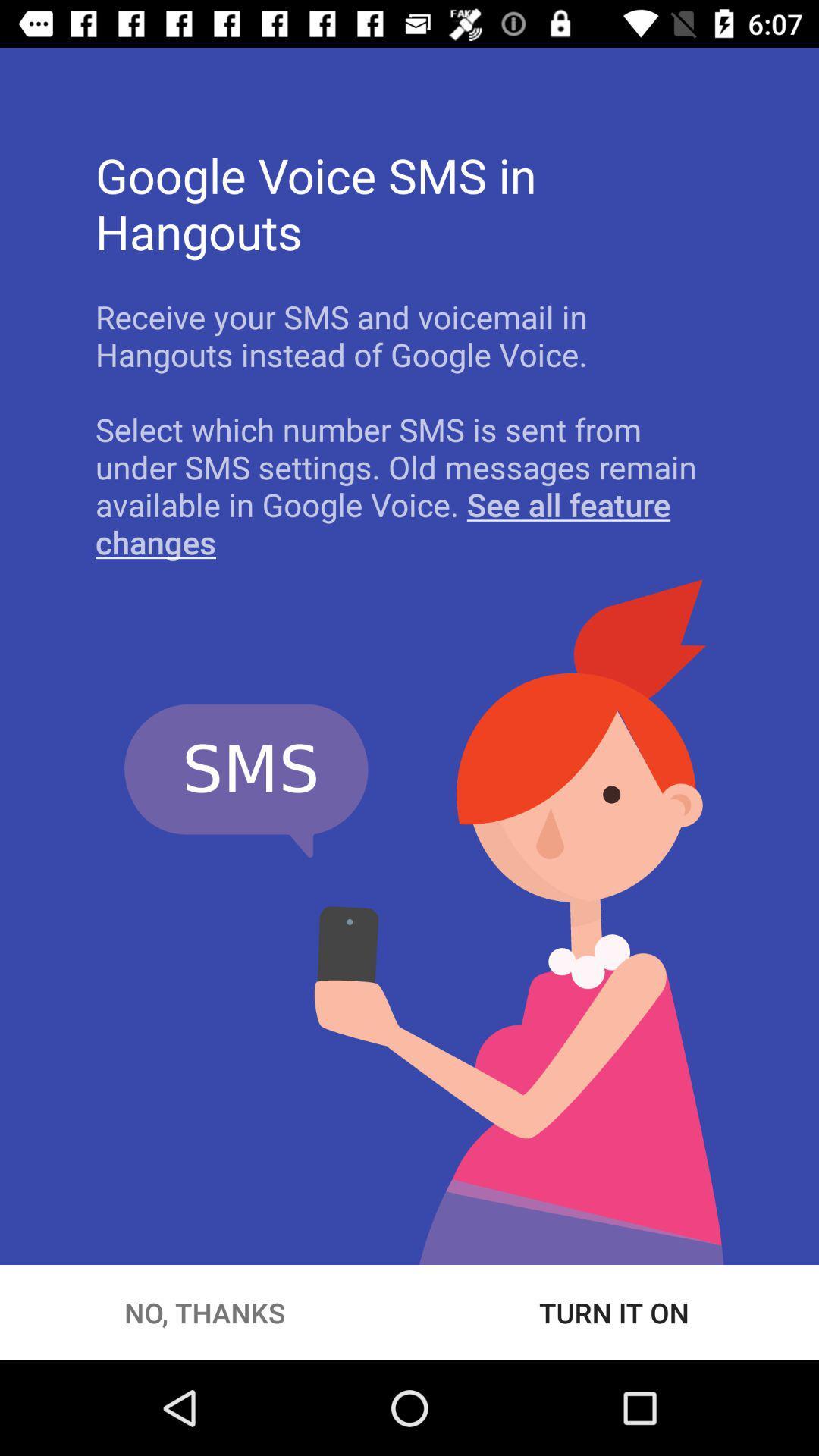  What do you see at coordinates (614, 1312) in the screenshot?
I see `turn it on at the bottom right corner` at bounding box center [614, 1312].